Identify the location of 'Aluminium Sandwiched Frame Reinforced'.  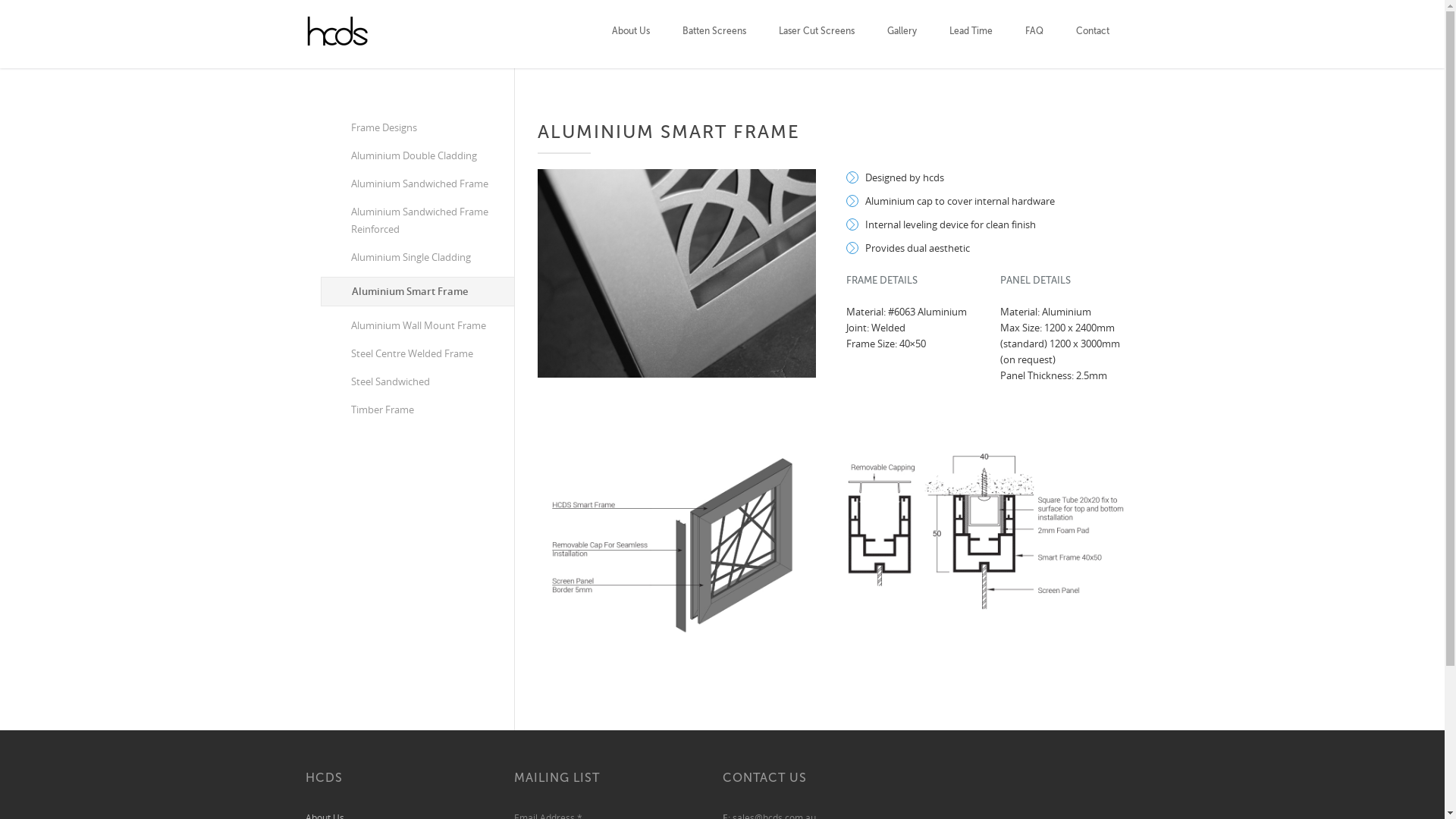
(416, 220).